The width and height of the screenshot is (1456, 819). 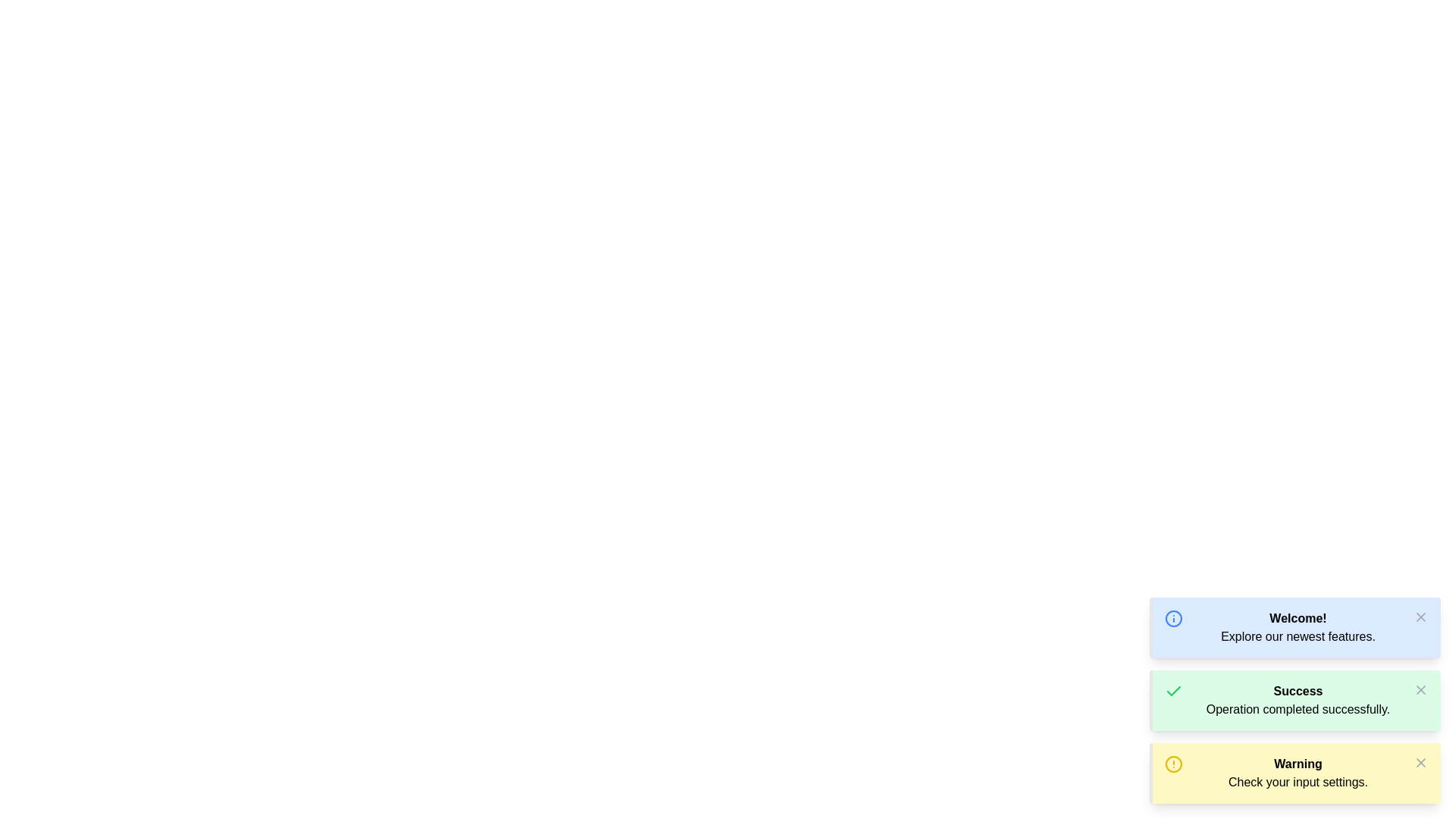 What do you see at coordinates (1298, 764) in the screenshot?
I see `the bold 'Warning' label displayed in black font within the yellow notification box, located at the top-center of the box` at bounding box center [1298, 764].